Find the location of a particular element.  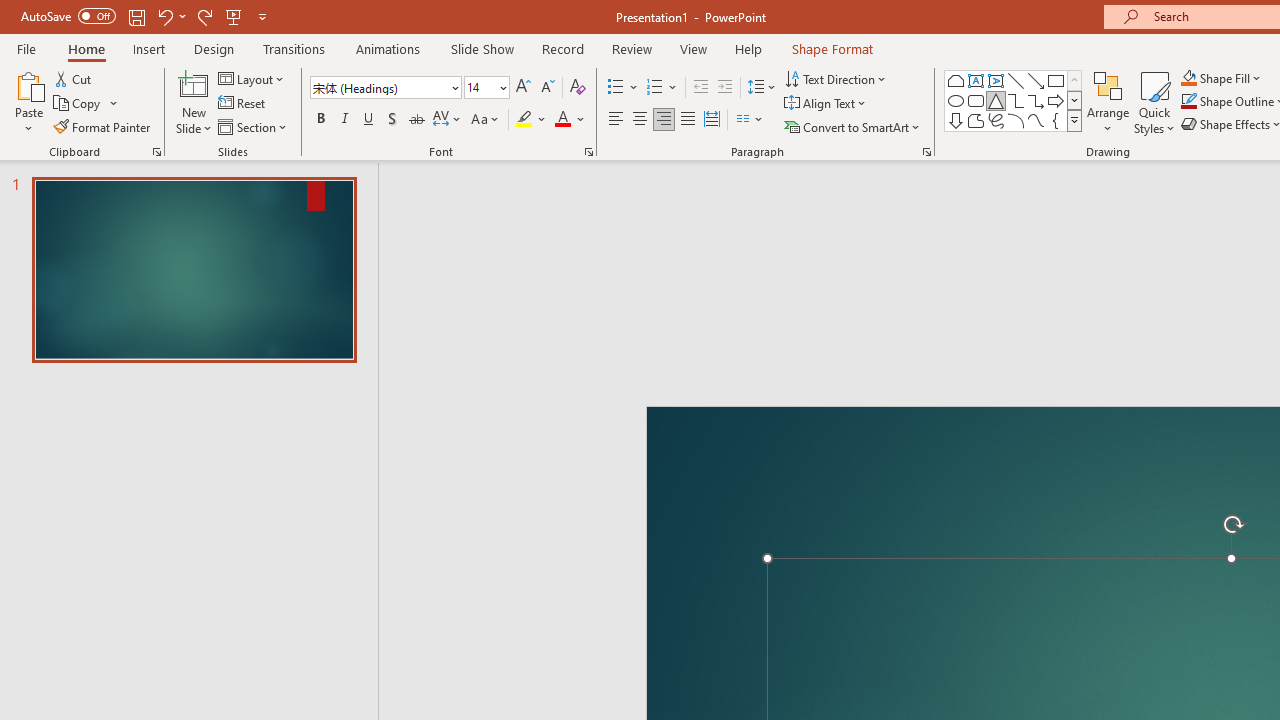

'Rectangle: Top Corners Snipped' is located at coordinates (955, 80).